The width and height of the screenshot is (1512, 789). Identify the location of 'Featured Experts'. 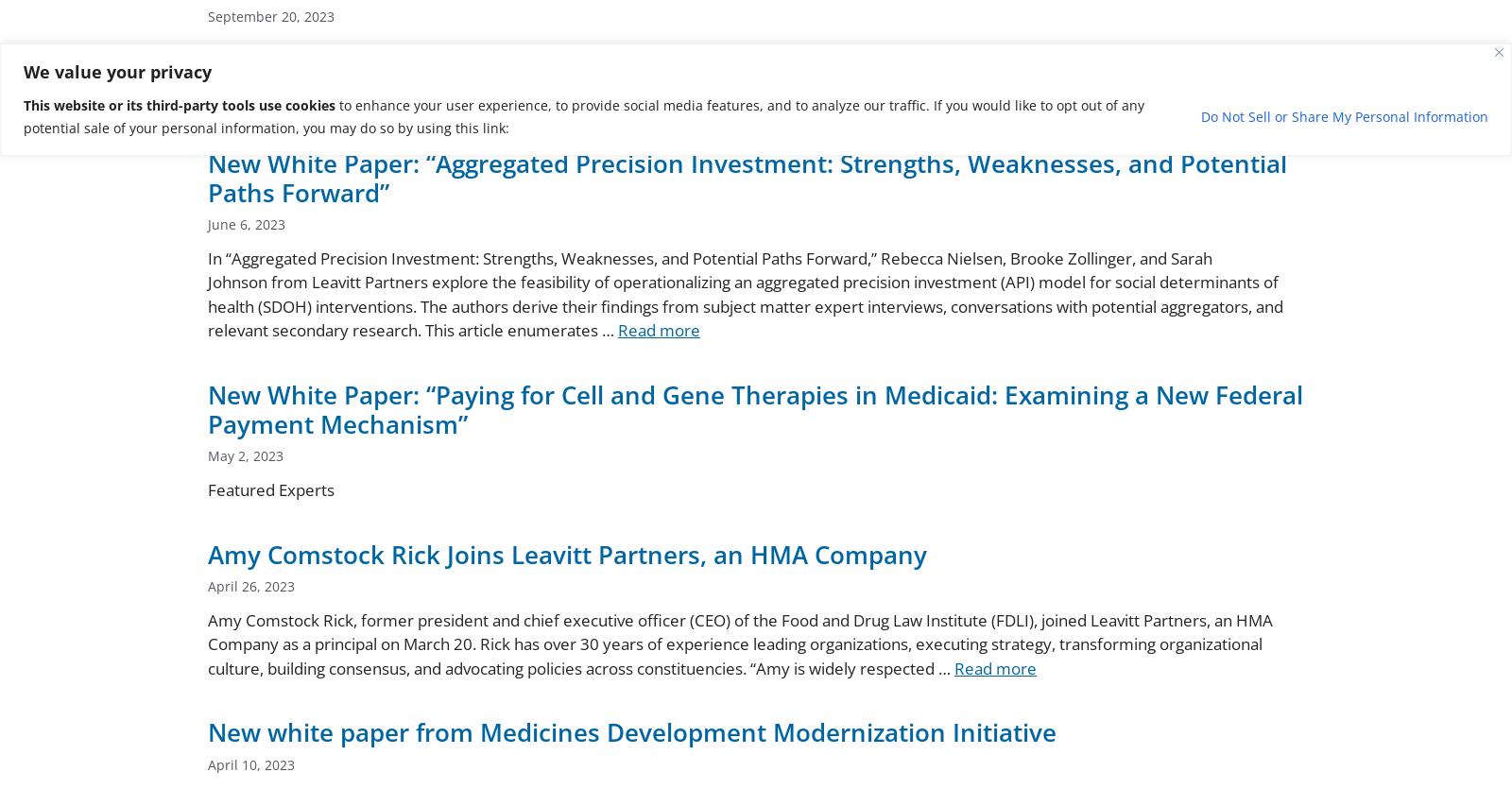
(271, 489).